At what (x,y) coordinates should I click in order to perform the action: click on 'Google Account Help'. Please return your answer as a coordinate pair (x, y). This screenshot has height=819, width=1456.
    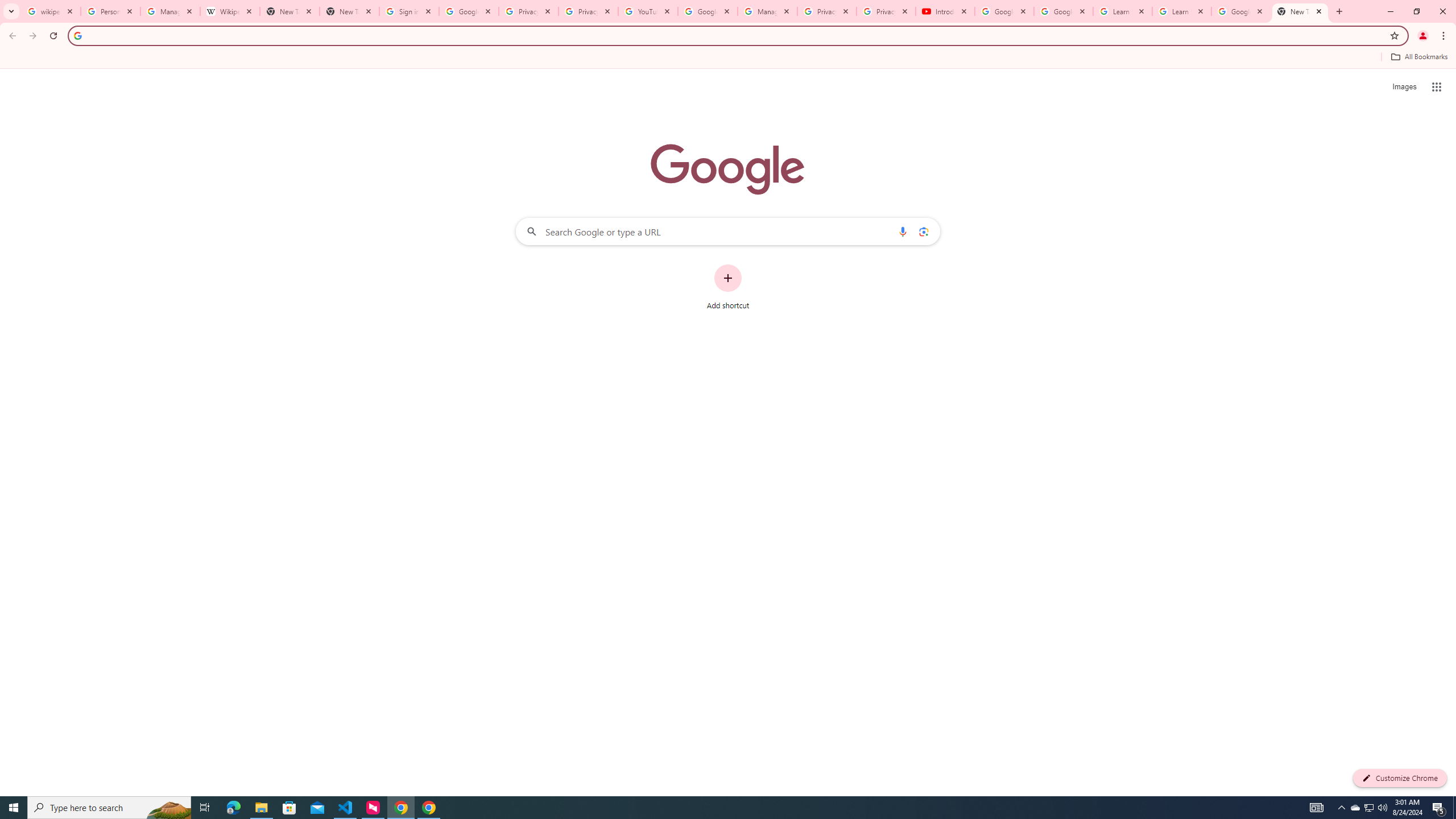
    Looking at the image, I should click on (1004, 11).